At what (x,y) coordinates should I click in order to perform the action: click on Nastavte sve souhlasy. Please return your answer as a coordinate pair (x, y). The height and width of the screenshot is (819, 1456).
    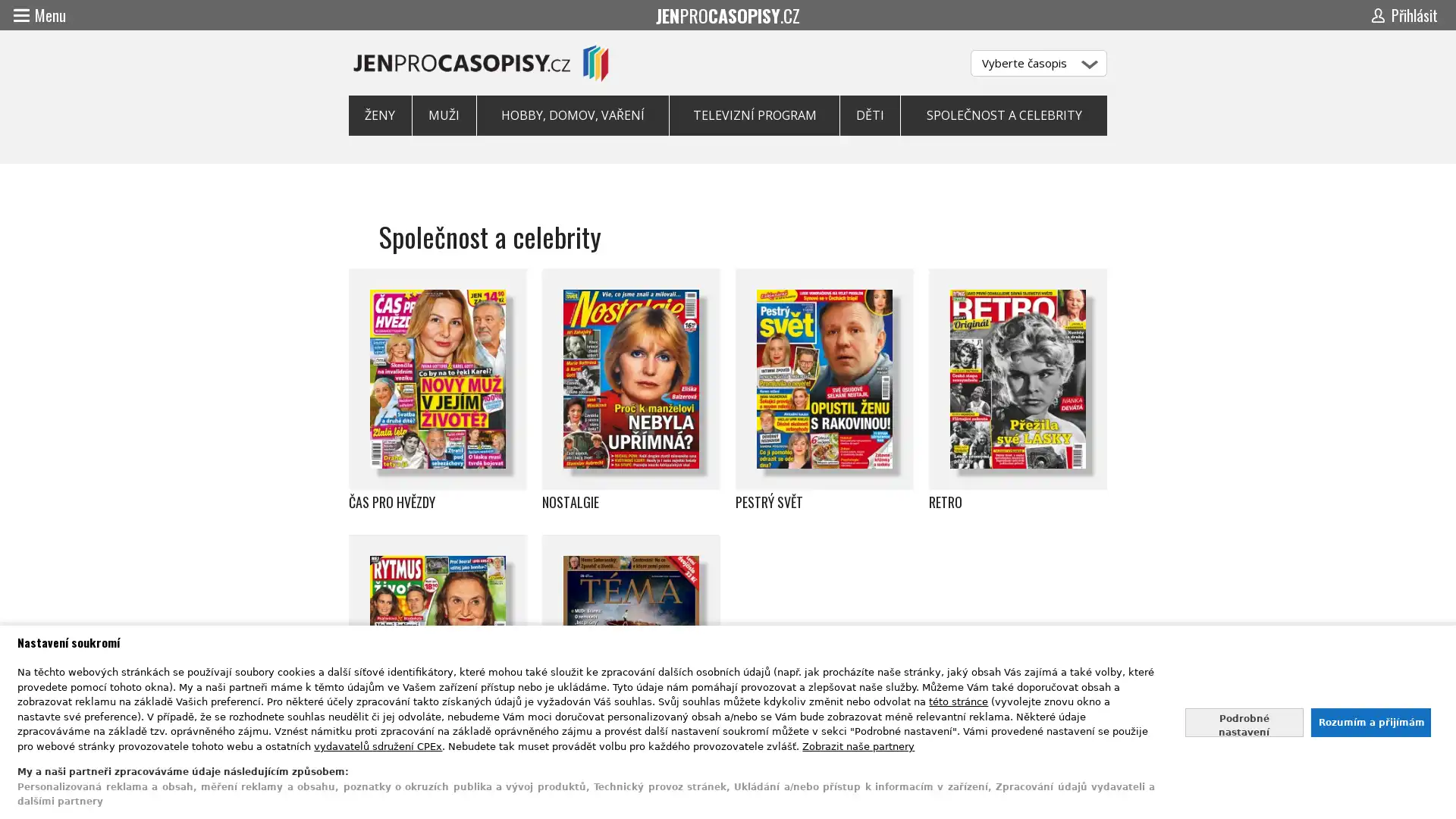
    Looking at the image, I should click on (1244, 721).